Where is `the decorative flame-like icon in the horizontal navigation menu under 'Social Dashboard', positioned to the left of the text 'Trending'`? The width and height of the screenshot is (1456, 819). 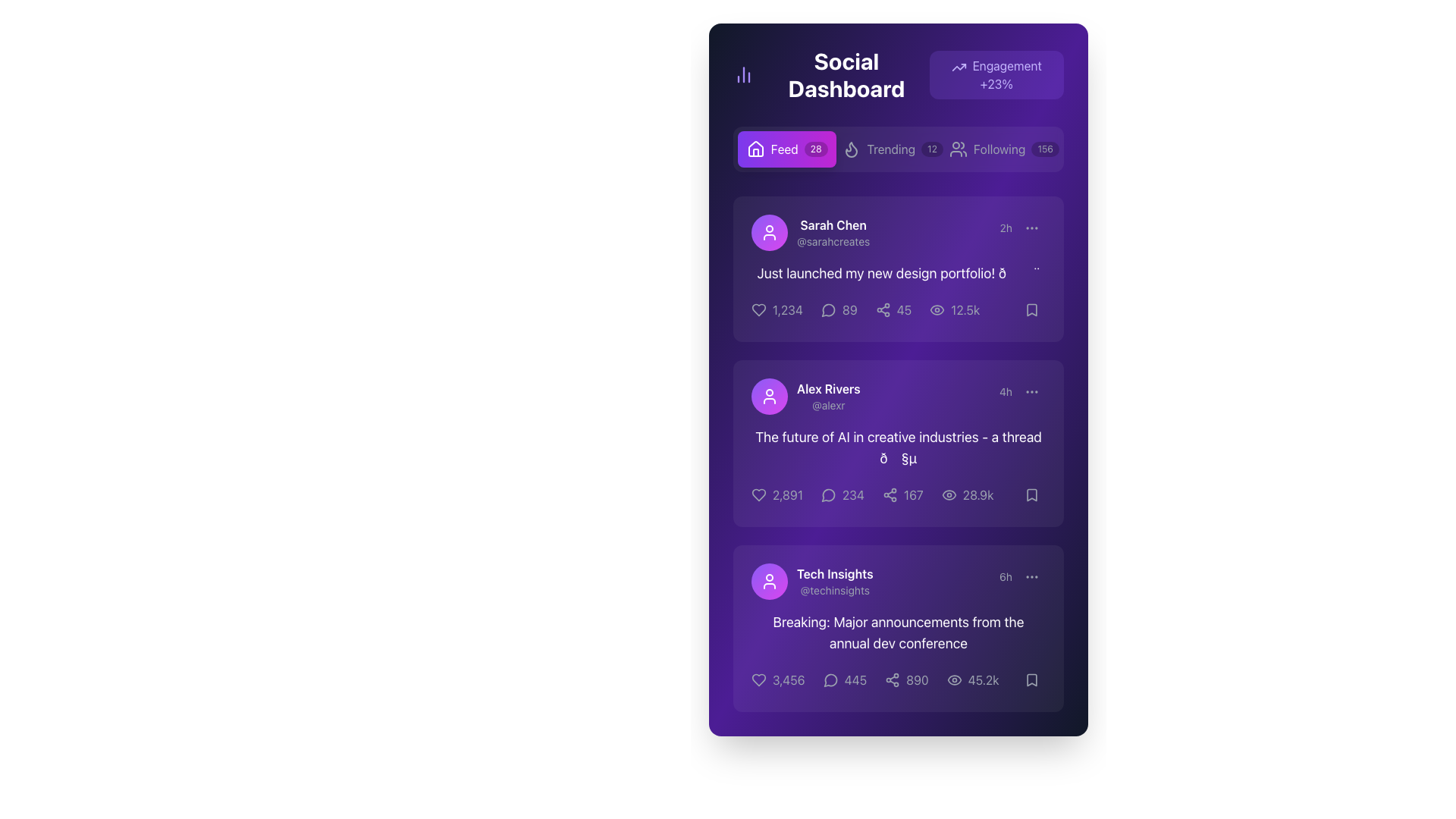
the decorative flame-like icon in the horizontal navigation menu under 'Social Dashboard', positioned to the left of the text 'Trending' is located at coordinates (852, 149).